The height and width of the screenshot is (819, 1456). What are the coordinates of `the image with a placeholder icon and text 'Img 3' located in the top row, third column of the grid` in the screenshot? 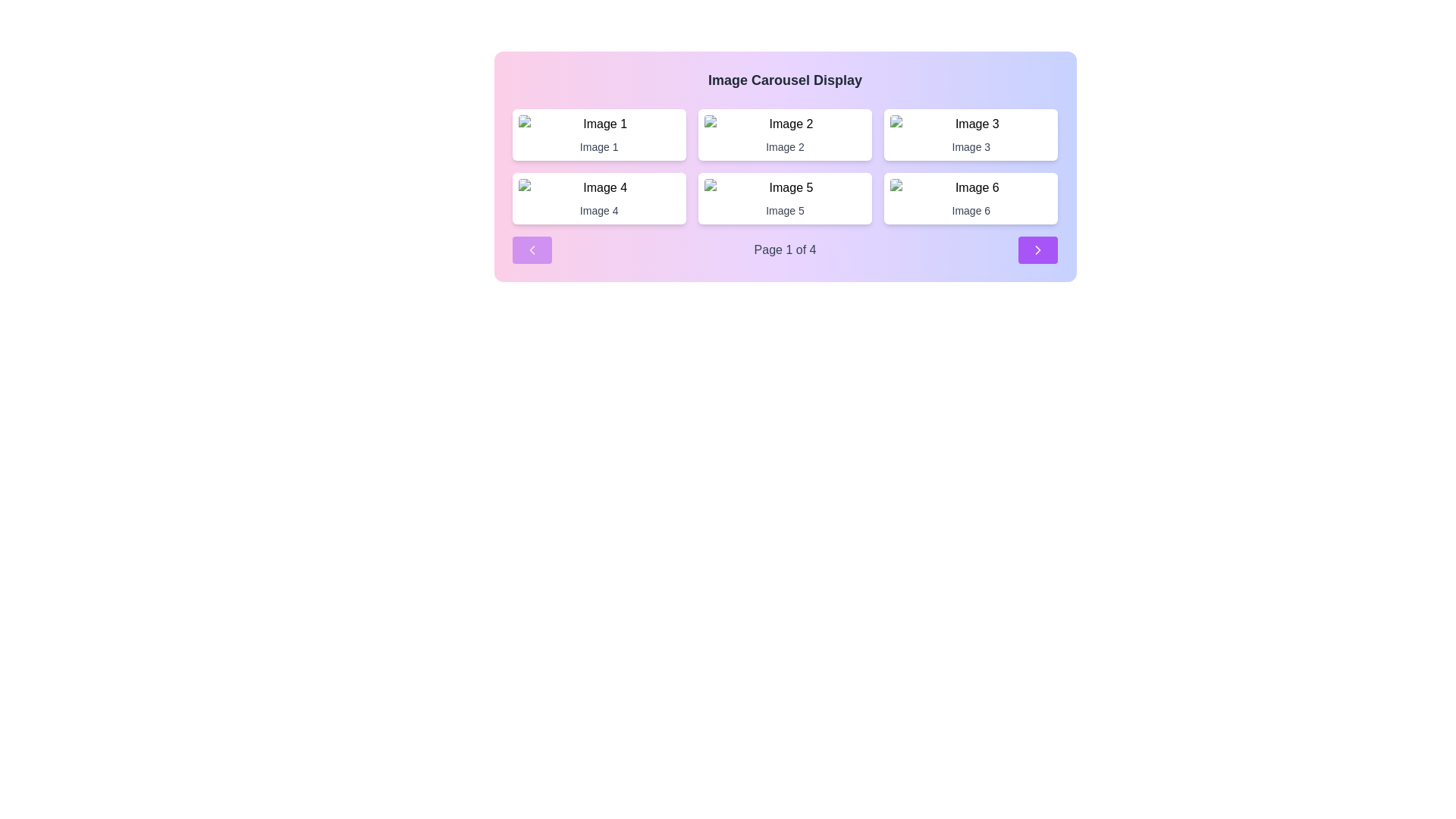 It's located at (971, 124).